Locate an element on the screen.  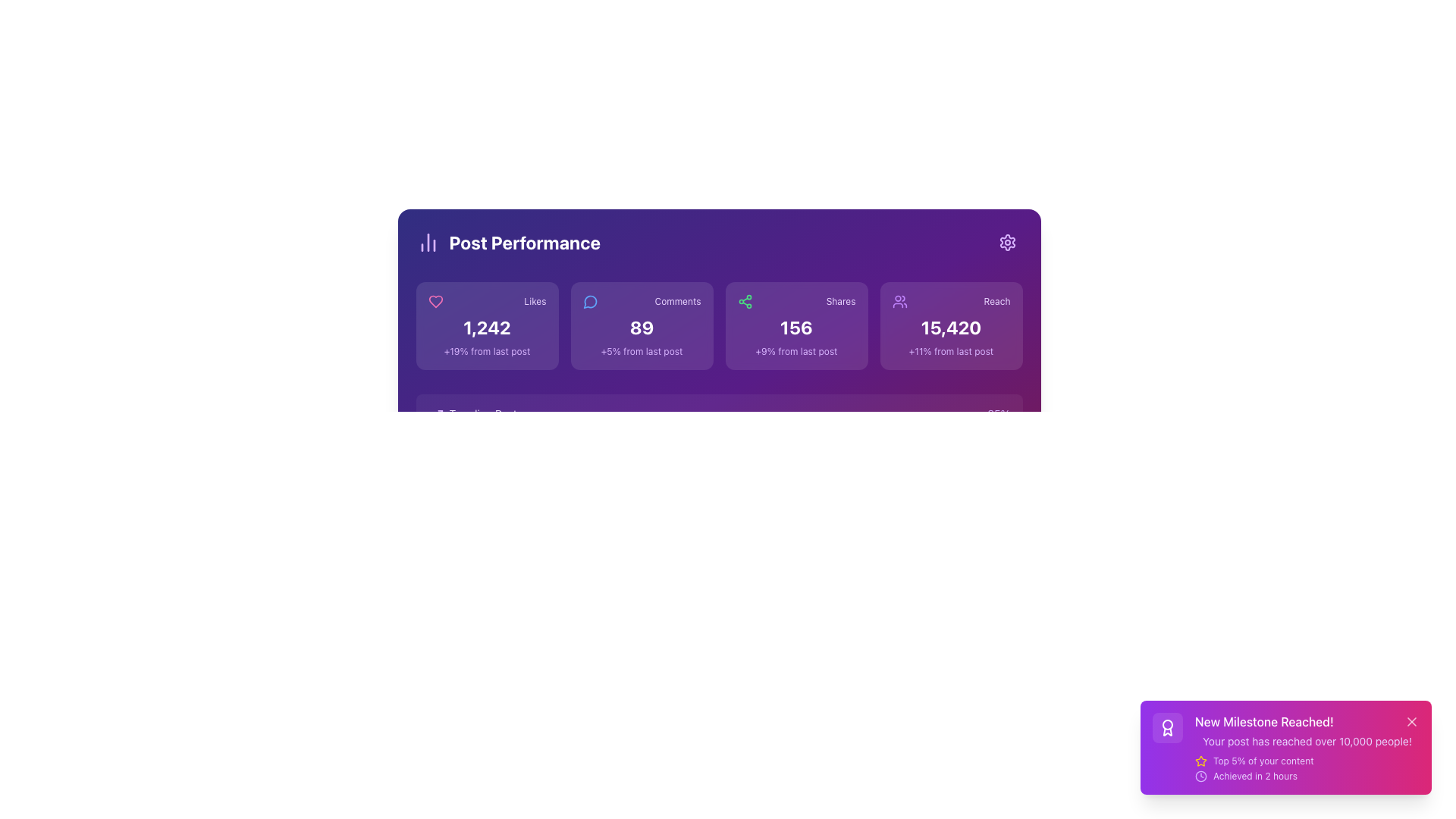
the static text label that indicates the time taken to achieve a milestone, located at the bottom-right section of the notification card is located at coordinates (1255, 776).